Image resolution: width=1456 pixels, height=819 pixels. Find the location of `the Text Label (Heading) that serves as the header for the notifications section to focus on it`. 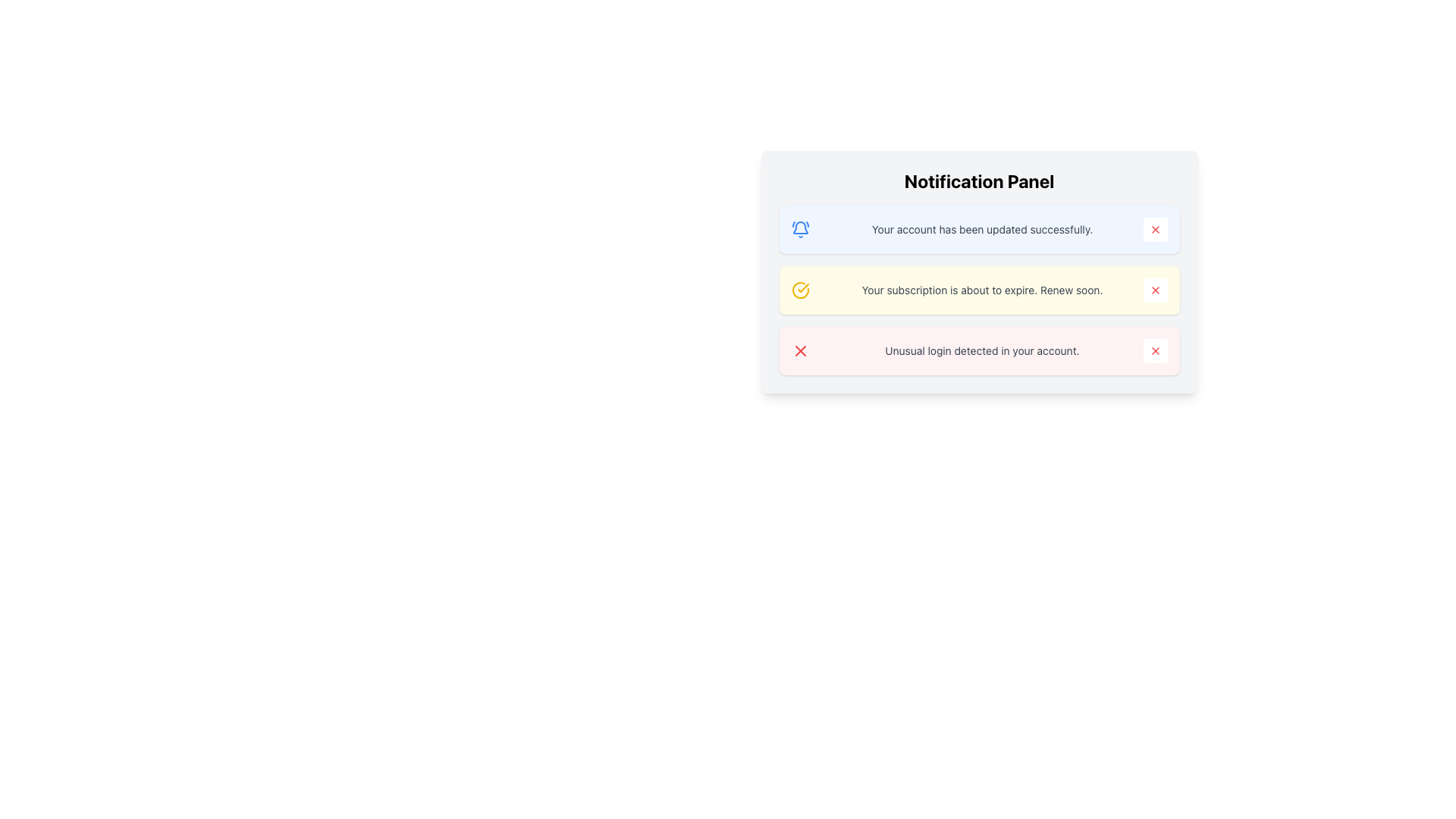

the Text Label (Heading) that serves as the header for the notifications section to focus on it is located at coordinates (979, 180).